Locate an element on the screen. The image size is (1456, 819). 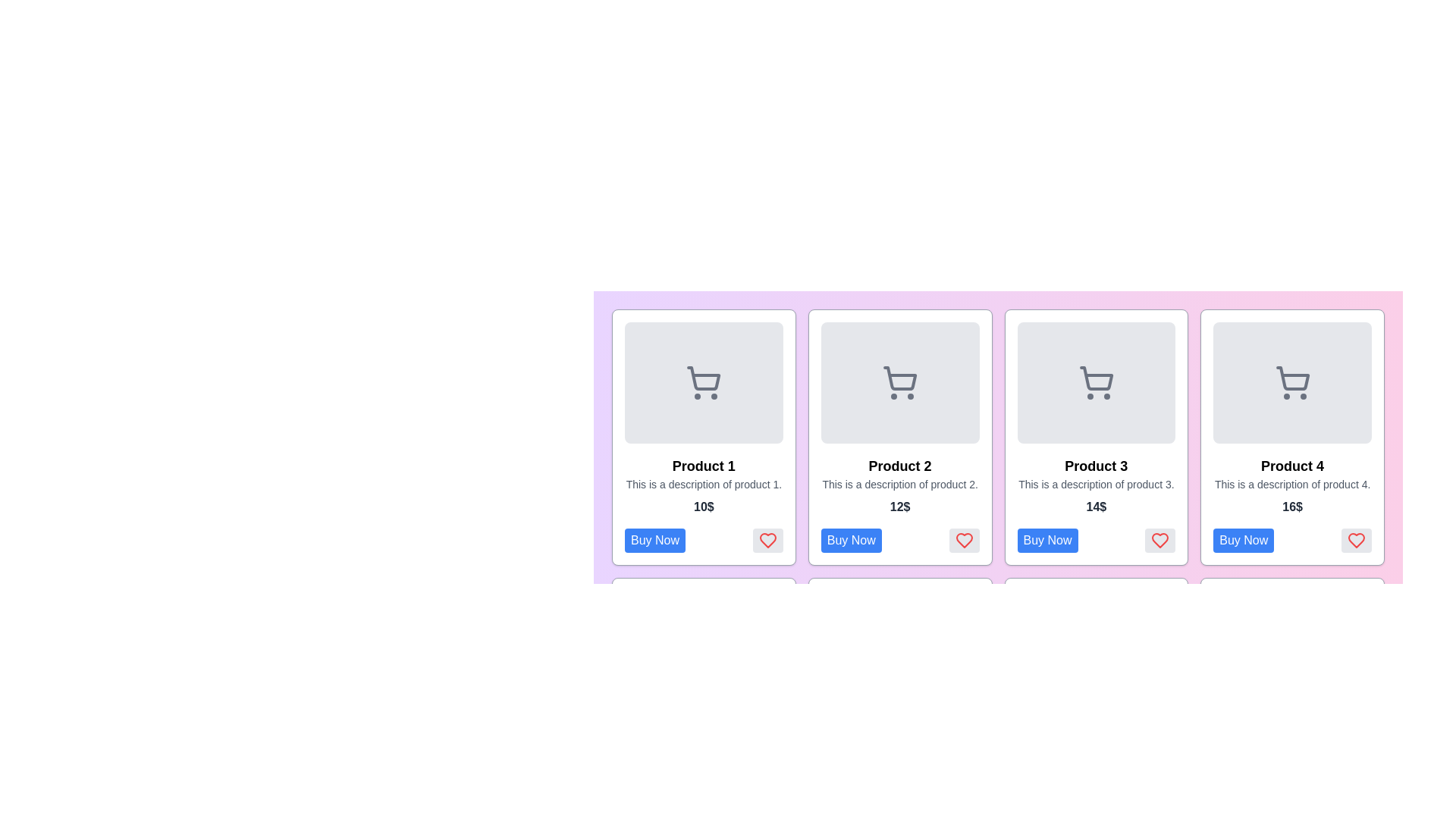
the text snippet reading 'This is a description of product 2.' located centrally within the card component for 'Product 2', which is positioned below the title 'Product 2' and above the price and 'Buy Now' button is located at coordinates (900, 485).